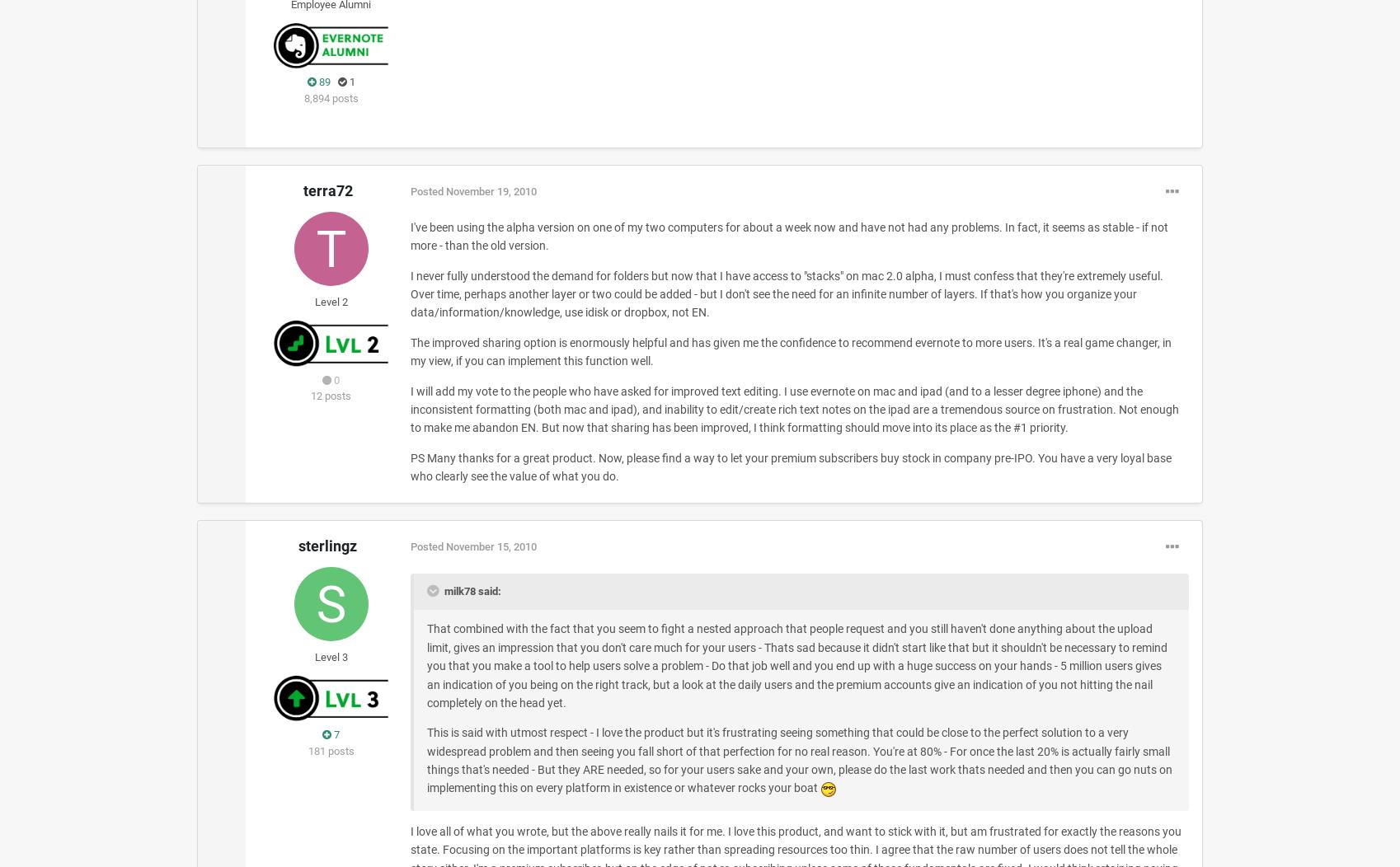 The height and width of the screenshot is (867, 1400). Describe the element at coordinates (785, 293) in the screenshot. I see `'I never fully understood the demand for folders but now that I have access to "stacks" on mac 2.0 alpha, I must confess that they're extremely useful. Over time, perhaps another layer or two could be added - but I don't see the need for an infinite number of layers. If that's how you organize your data/information/knowledge, use idisk or dropbox, not EN.'` at that location.